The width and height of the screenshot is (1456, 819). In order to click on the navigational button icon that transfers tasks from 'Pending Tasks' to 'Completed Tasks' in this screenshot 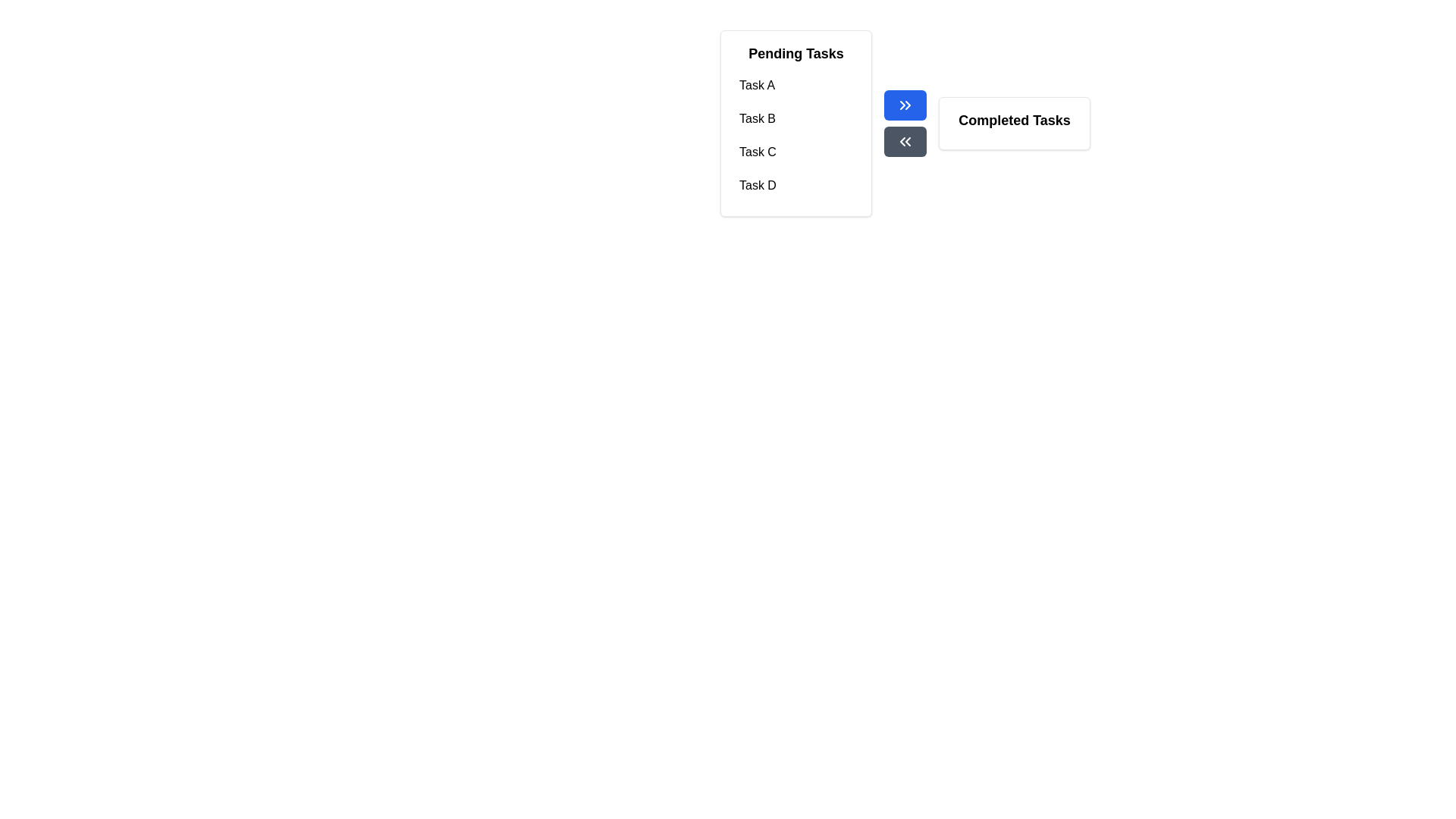, I will do `click(905, 104)`.